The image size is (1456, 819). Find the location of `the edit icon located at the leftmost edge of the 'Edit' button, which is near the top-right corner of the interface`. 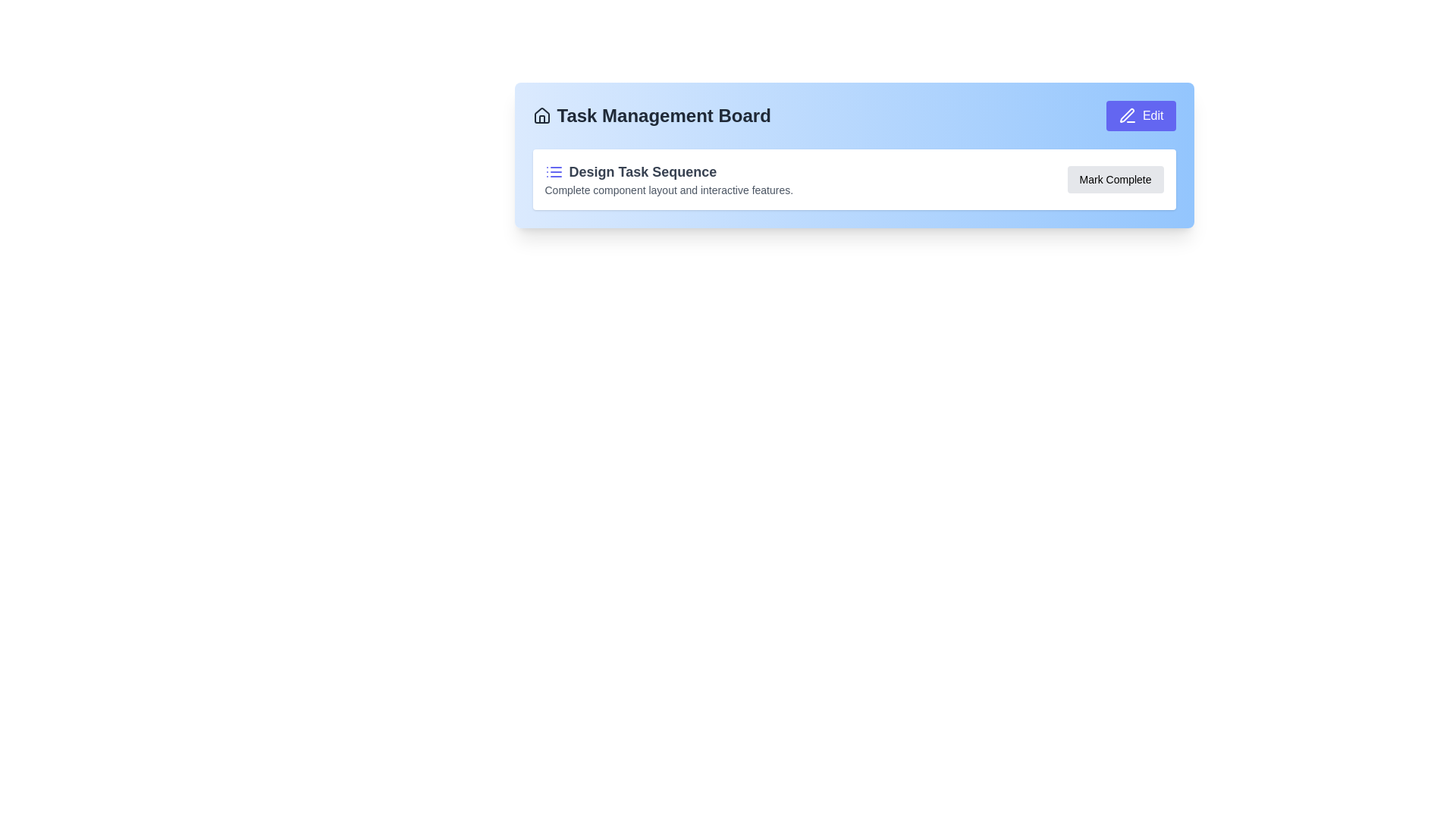

the edit icon located at the leftmost edge of the 'Edit' button, which is near the top-right corner of the interface is located at coordinates (1127, 115).